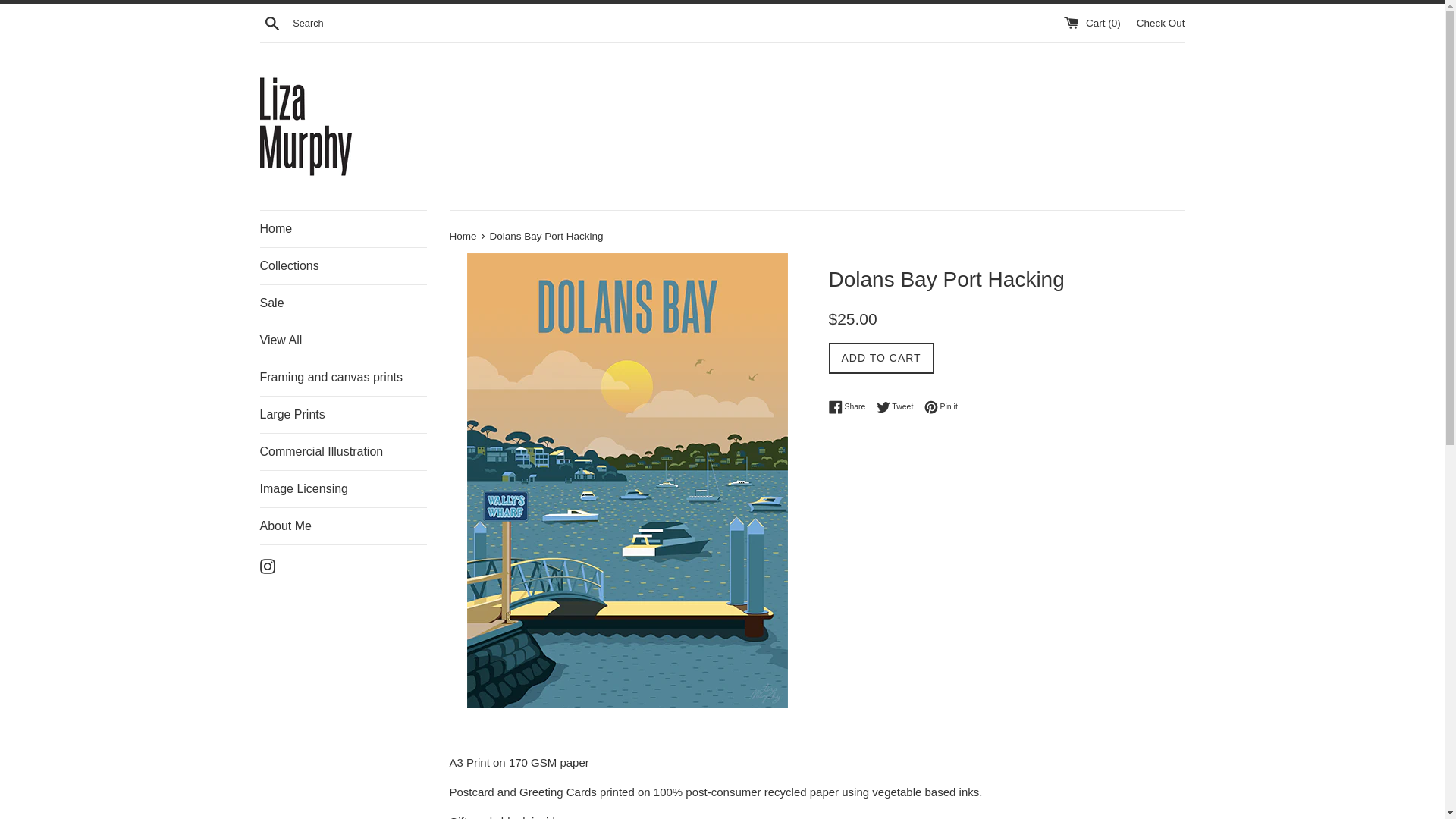 This screenshot has width=1456, height=819. Describe the element at coordinates (1136, 22) in the screenshot. I see `'Check Out'` at that location.